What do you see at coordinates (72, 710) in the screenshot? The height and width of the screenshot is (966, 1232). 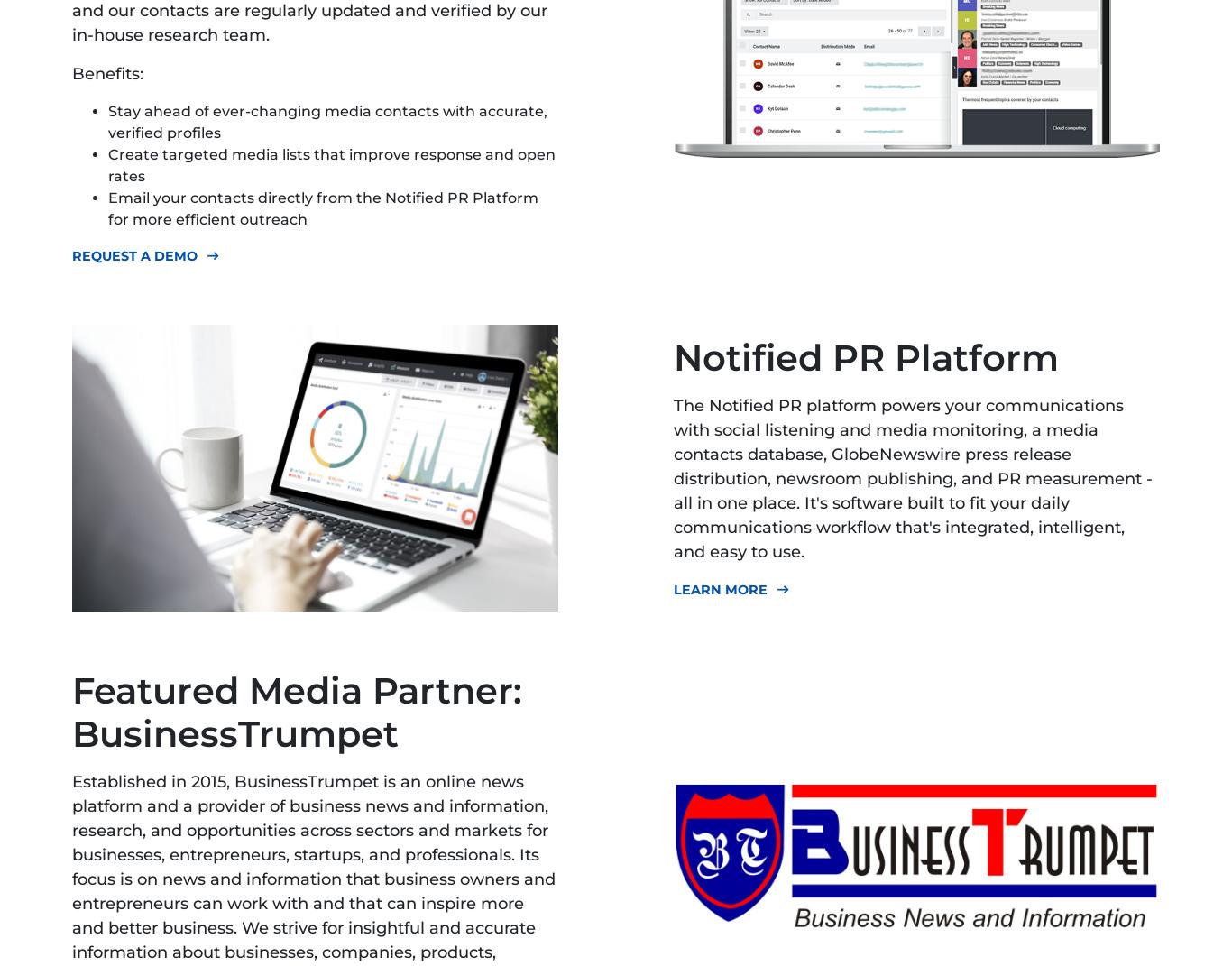 I see `'Featured Media Partner: BusinessTrumpet'` at bounding box center [72, 710].